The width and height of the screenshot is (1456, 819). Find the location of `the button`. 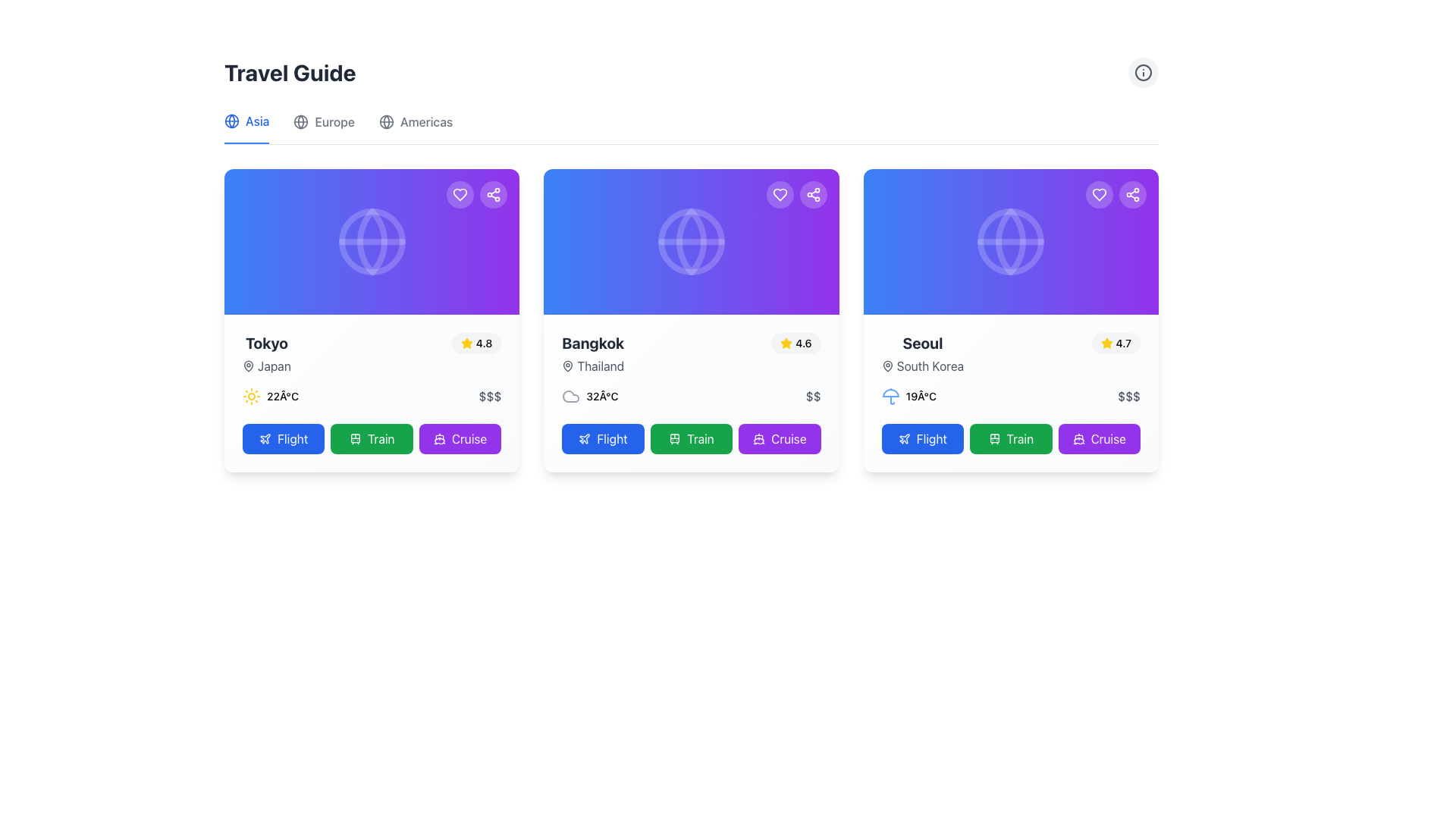

the button is located at coordinates (1011, 438).